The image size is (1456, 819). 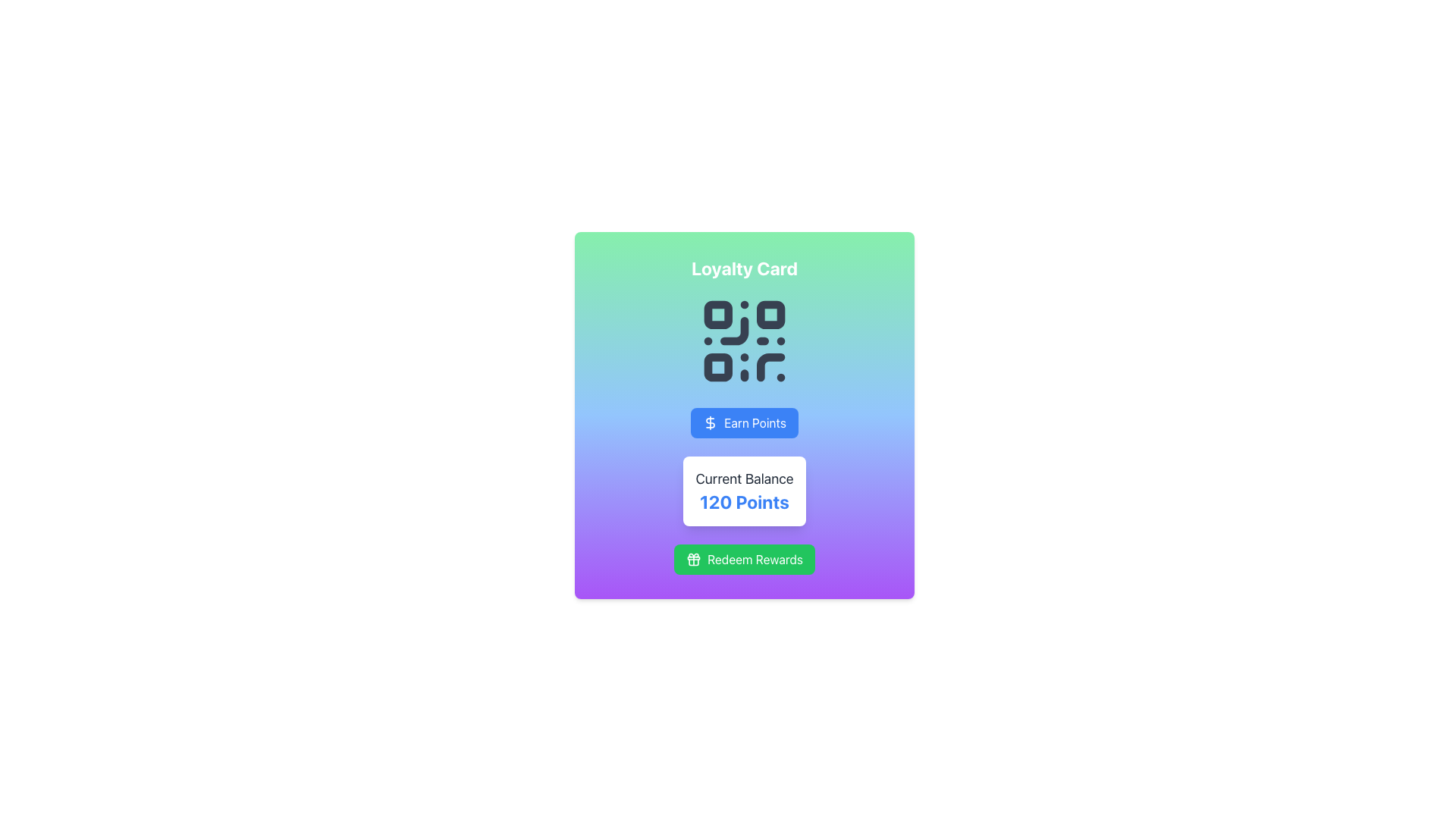 I want to click on the green button labeled 'Redeem Rewards' that contains an icon resembling a gift box with a decorative bow on top, so click(x=693, y=559).